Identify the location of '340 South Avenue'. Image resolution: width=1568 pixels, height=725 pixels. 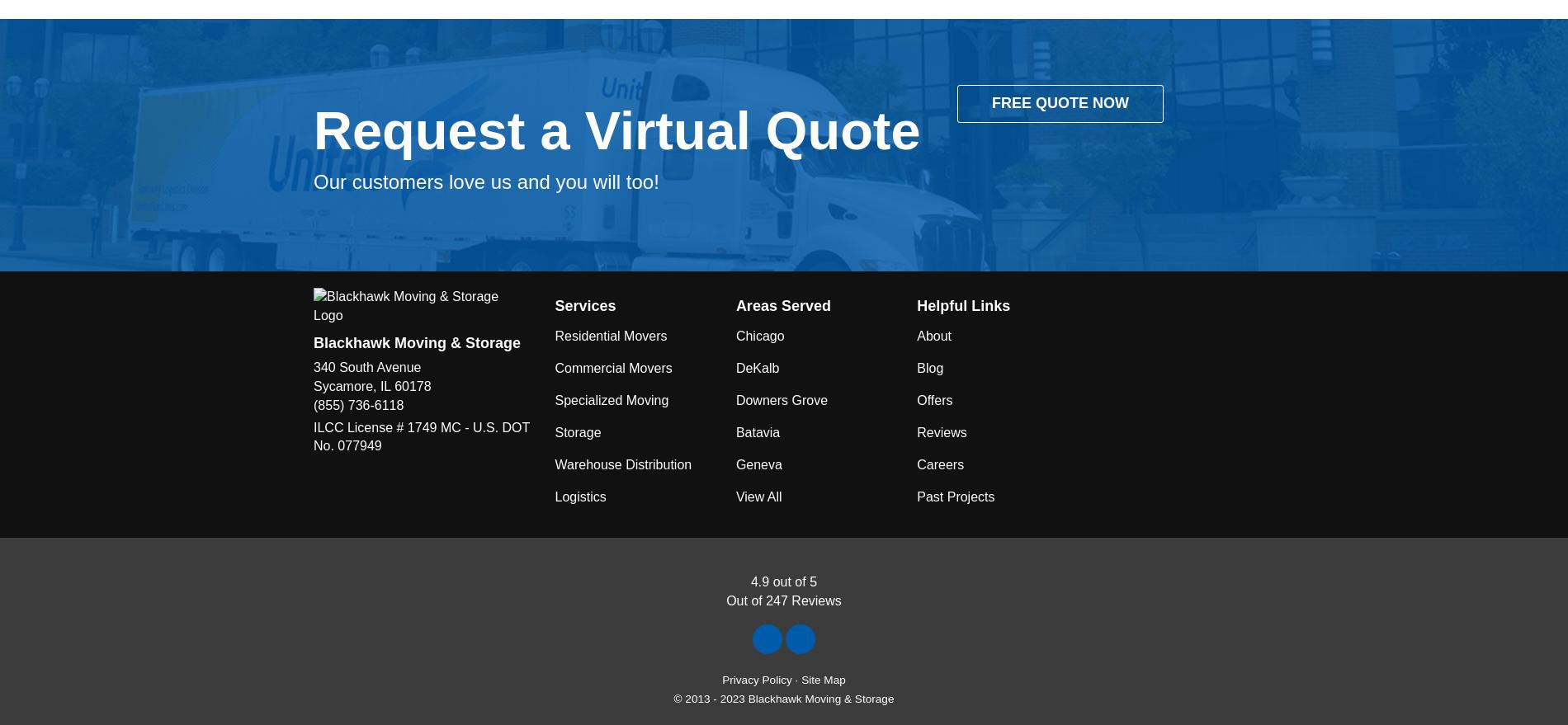
(366, 367).